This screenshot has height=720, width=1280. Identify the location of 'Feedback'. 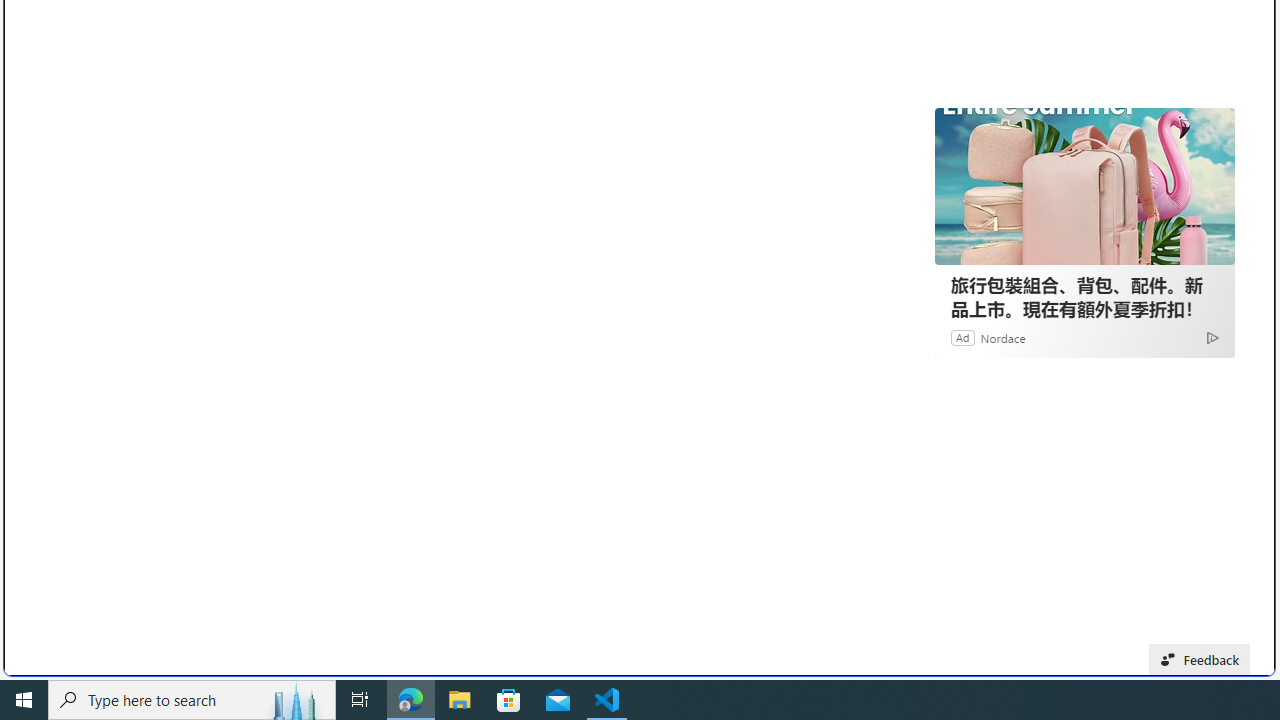
(1200, 659).